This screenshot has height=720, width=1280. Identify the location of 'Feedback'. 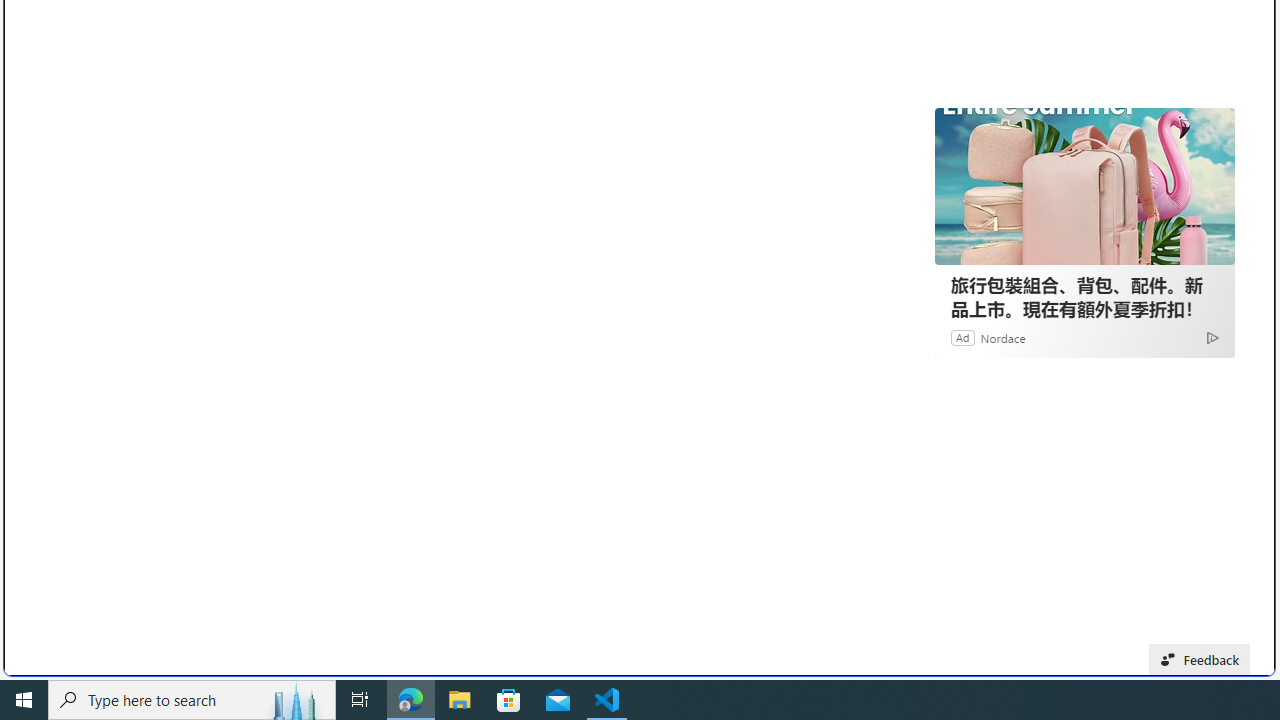
(1200, 659).